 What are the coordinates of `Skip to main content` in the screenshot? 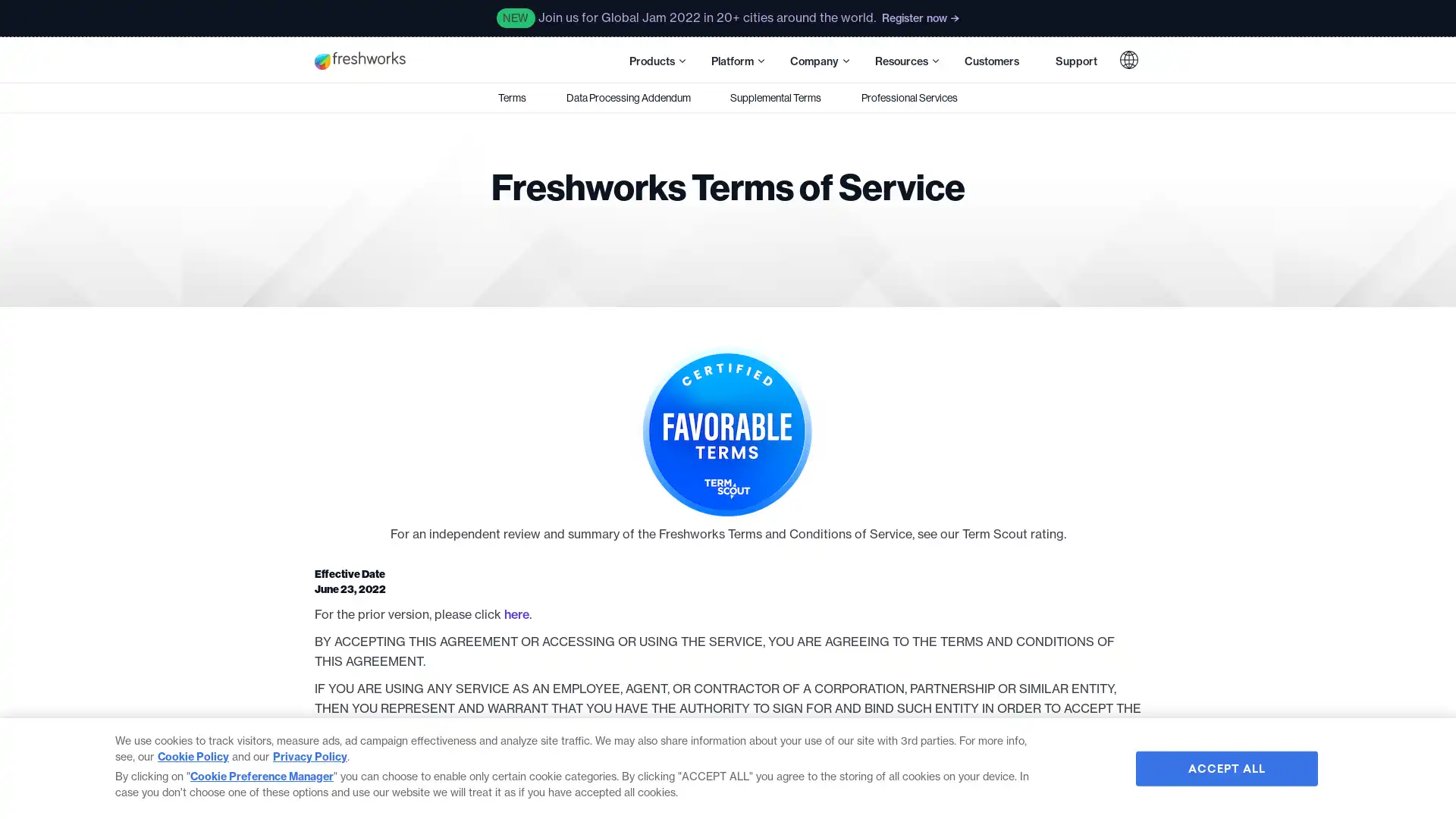 It's located at (245, 58).